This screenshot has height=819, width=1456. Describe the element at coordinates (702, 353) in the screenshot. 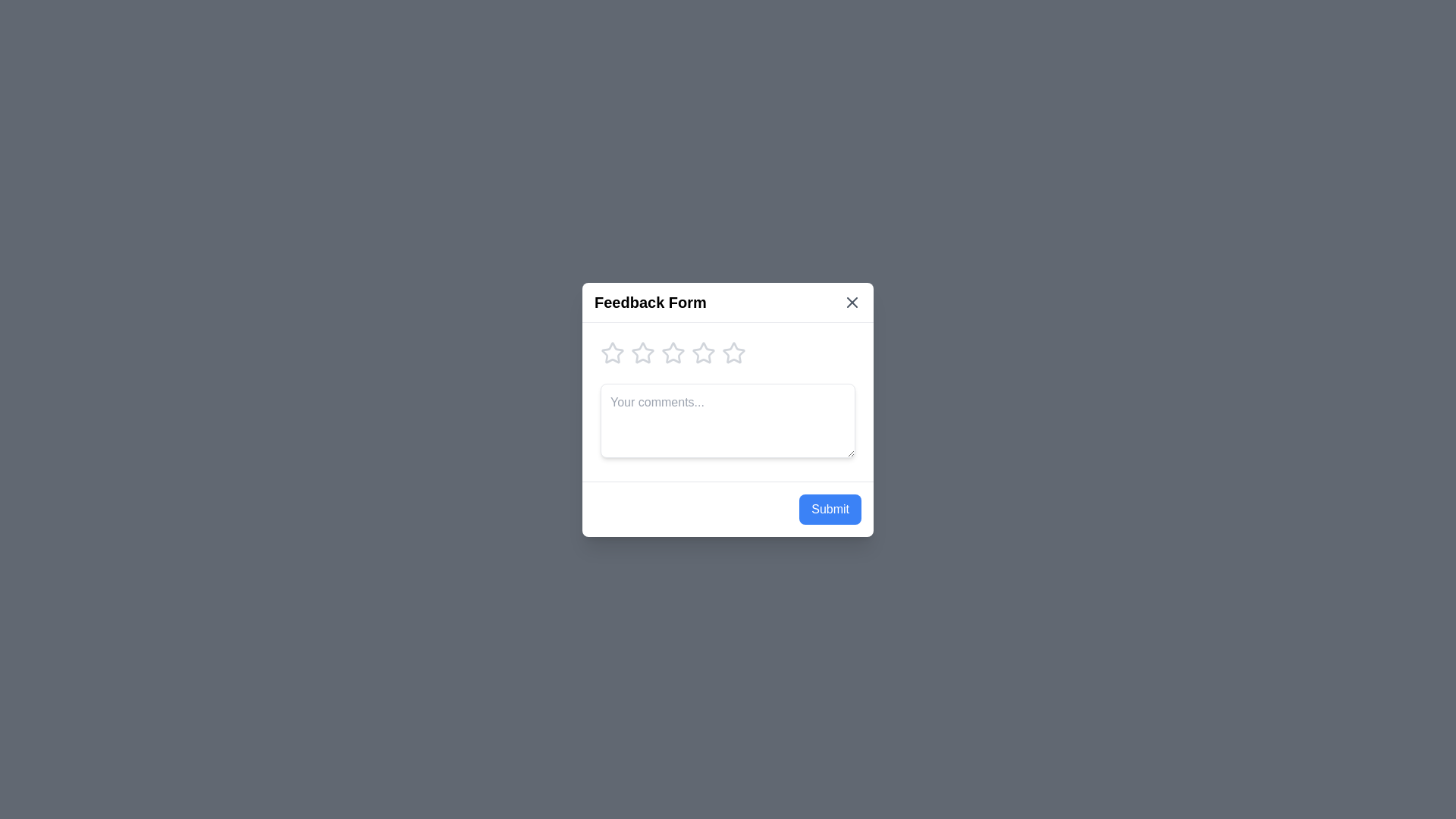

I see `the star corresponding to the desired rating of 4` at that location.